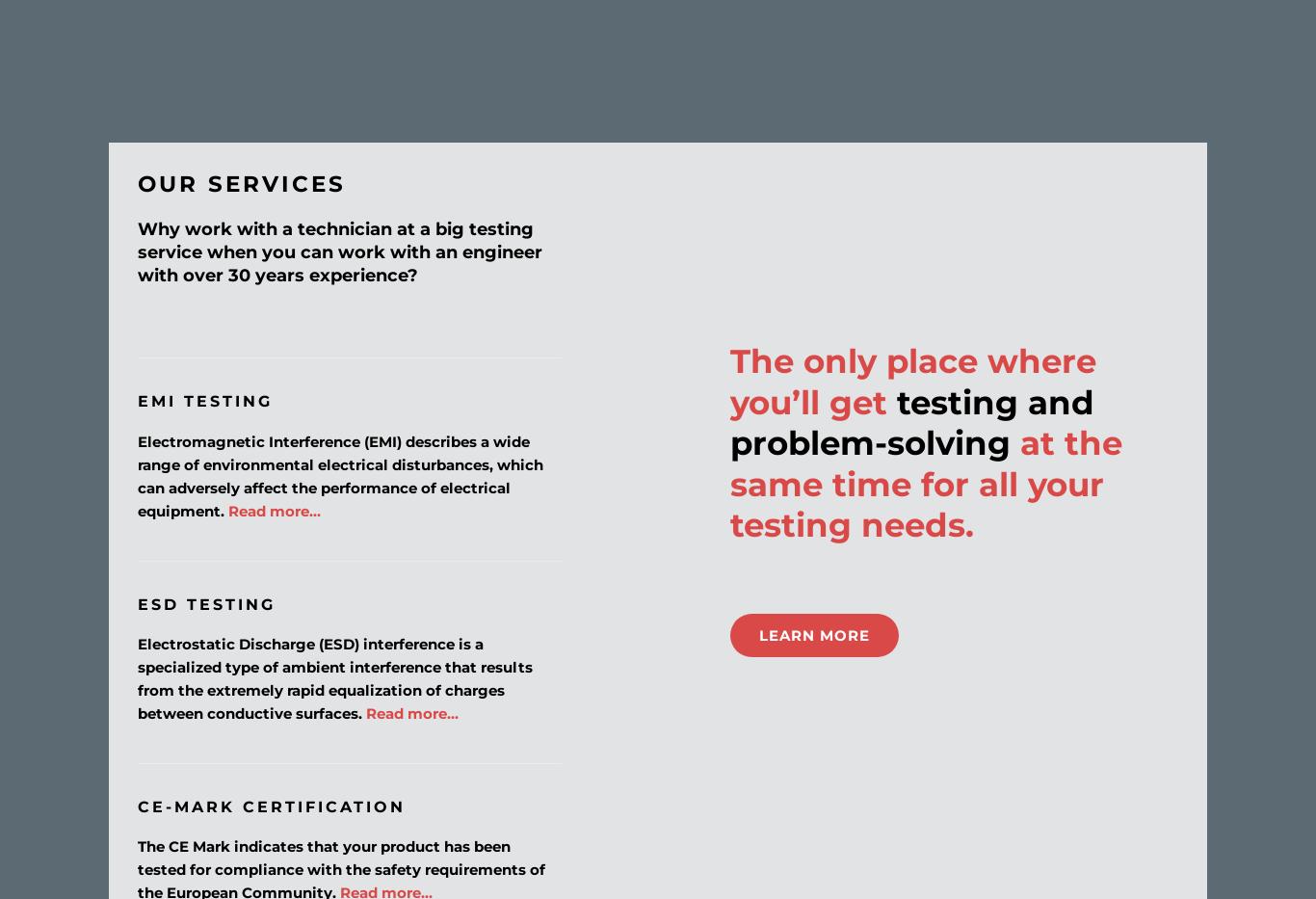 Image resolution: width=1316 pixels, height=899 pixels. What do you see at coordinates (338, 251) in the screenshot?
I see `'Why work with a technician at a big testing service when you can work with an engineer with over 30 years experience?'` at bounding box center [338, 251].